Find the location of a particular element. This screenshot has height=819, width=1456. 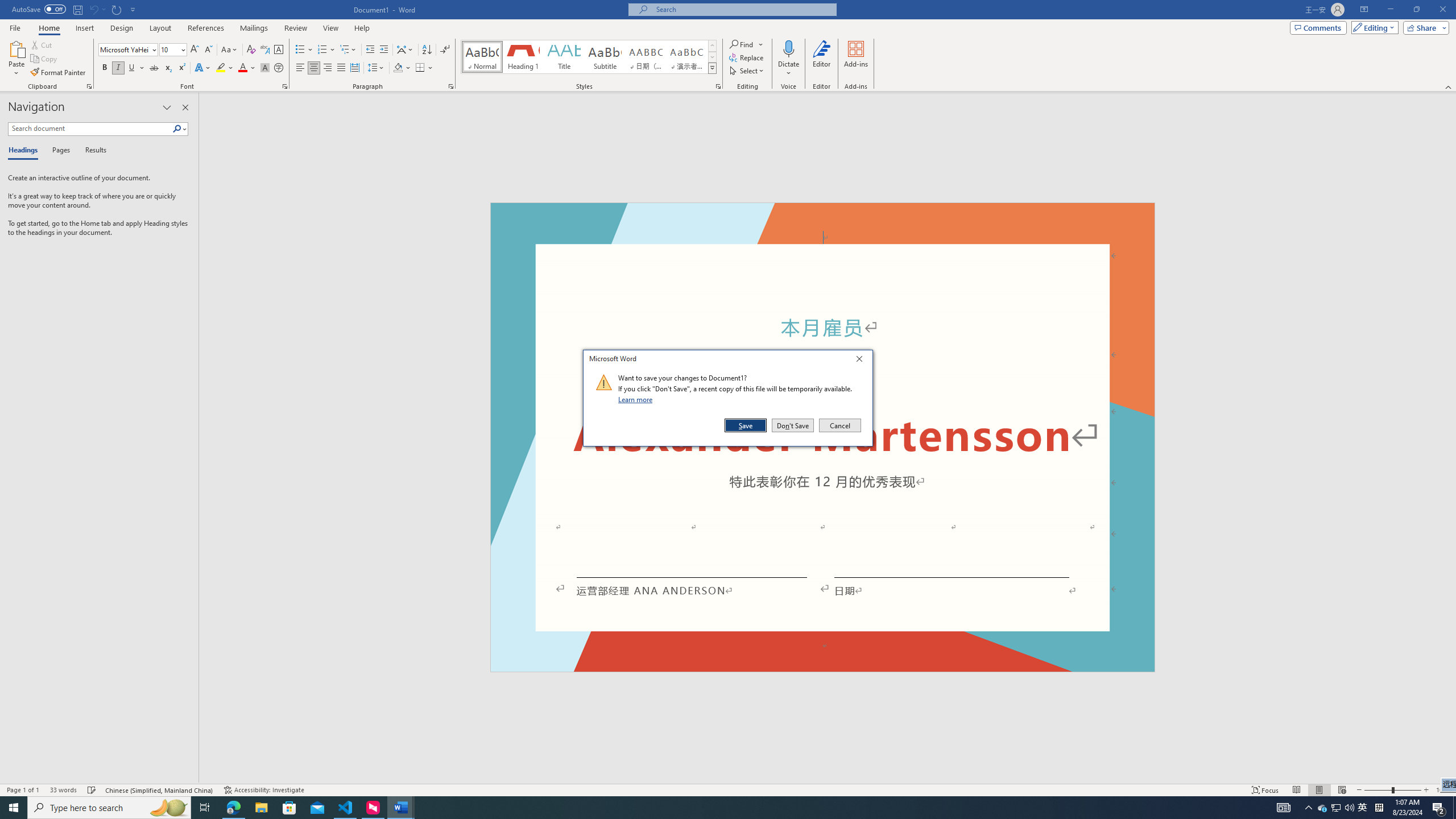

'Microsoft search' is located at coordinates (742, 9).